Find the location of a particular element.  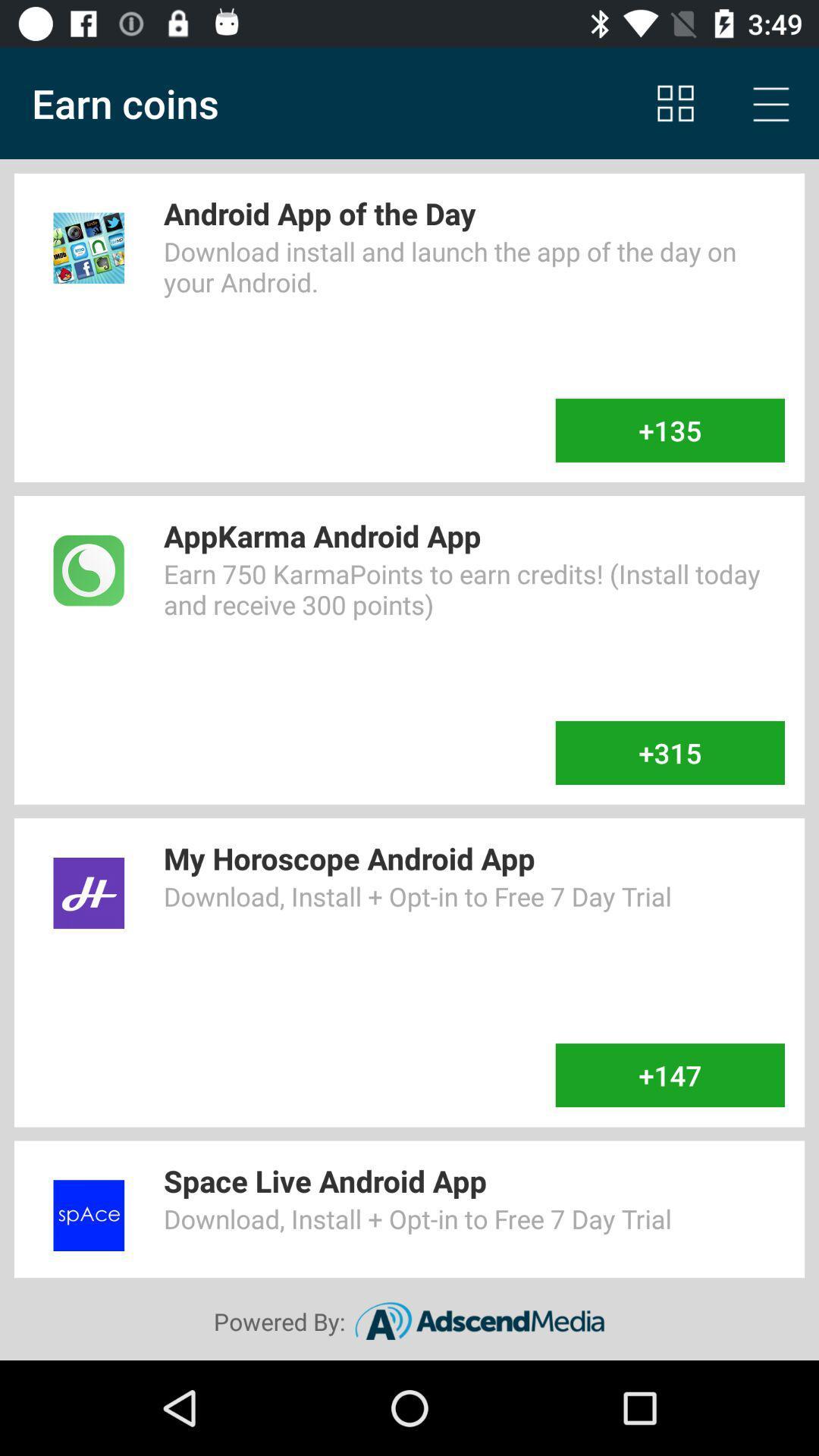

icon to the right of the earn coins icon is located at coordinates (675, 102).